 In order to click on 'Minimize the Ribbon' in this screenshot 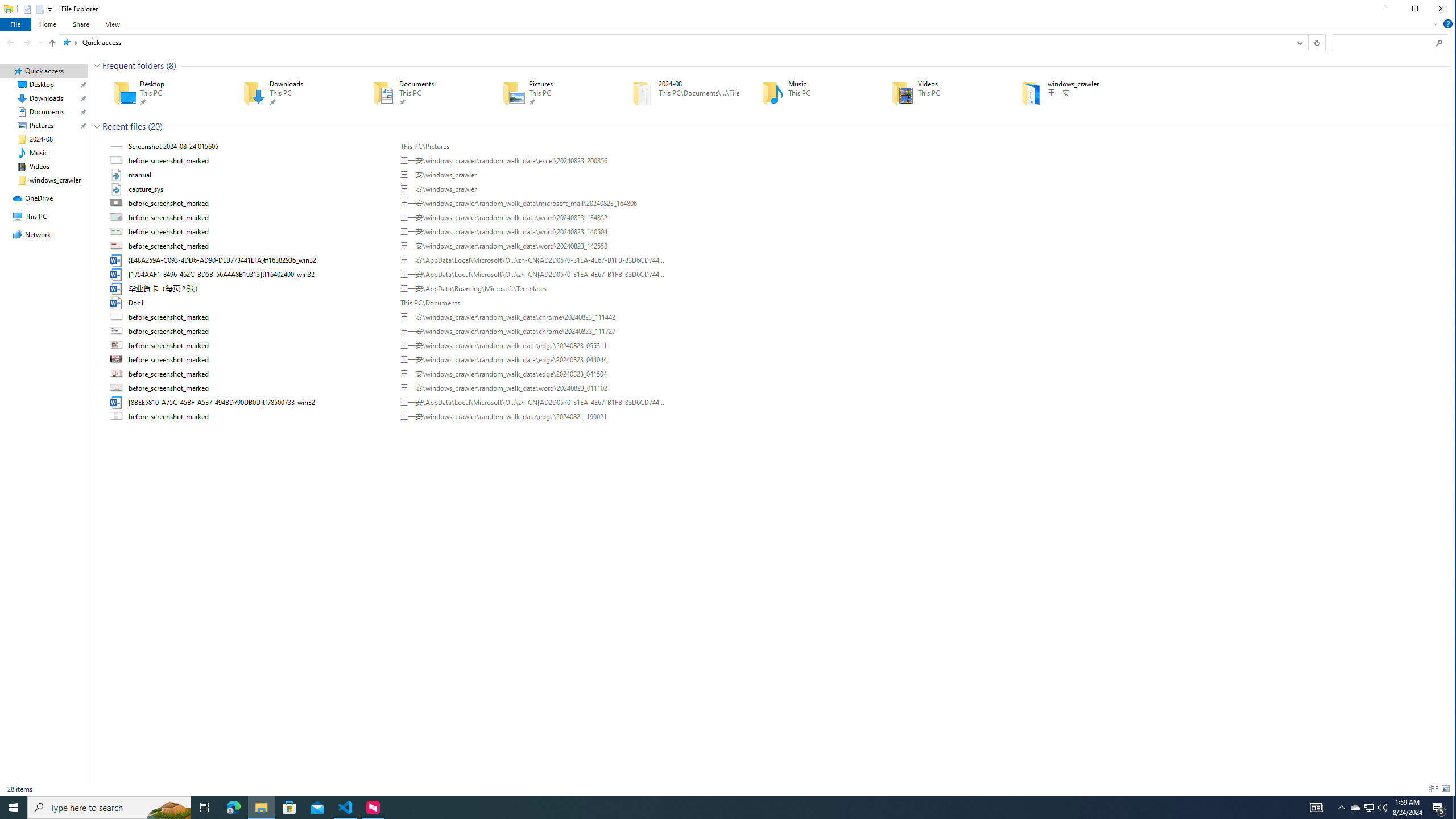, I will do `click(1435, 24)`.